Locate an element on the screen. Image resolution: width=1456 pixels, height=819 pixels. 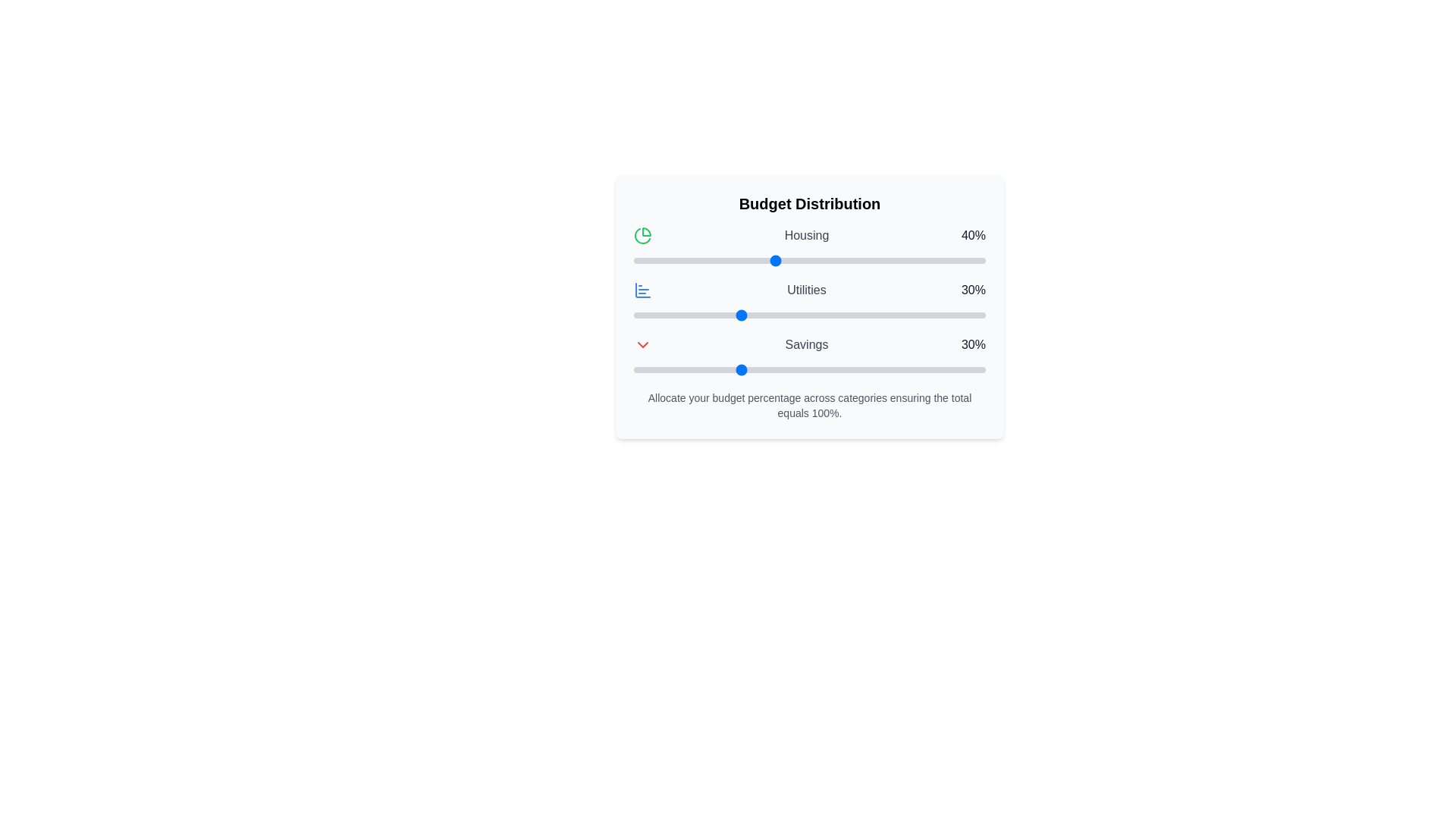
the text label displaying '30%' in a bold dark-gray font, located to the right of the label 'Utilities' is located at coordinates (973, 290).